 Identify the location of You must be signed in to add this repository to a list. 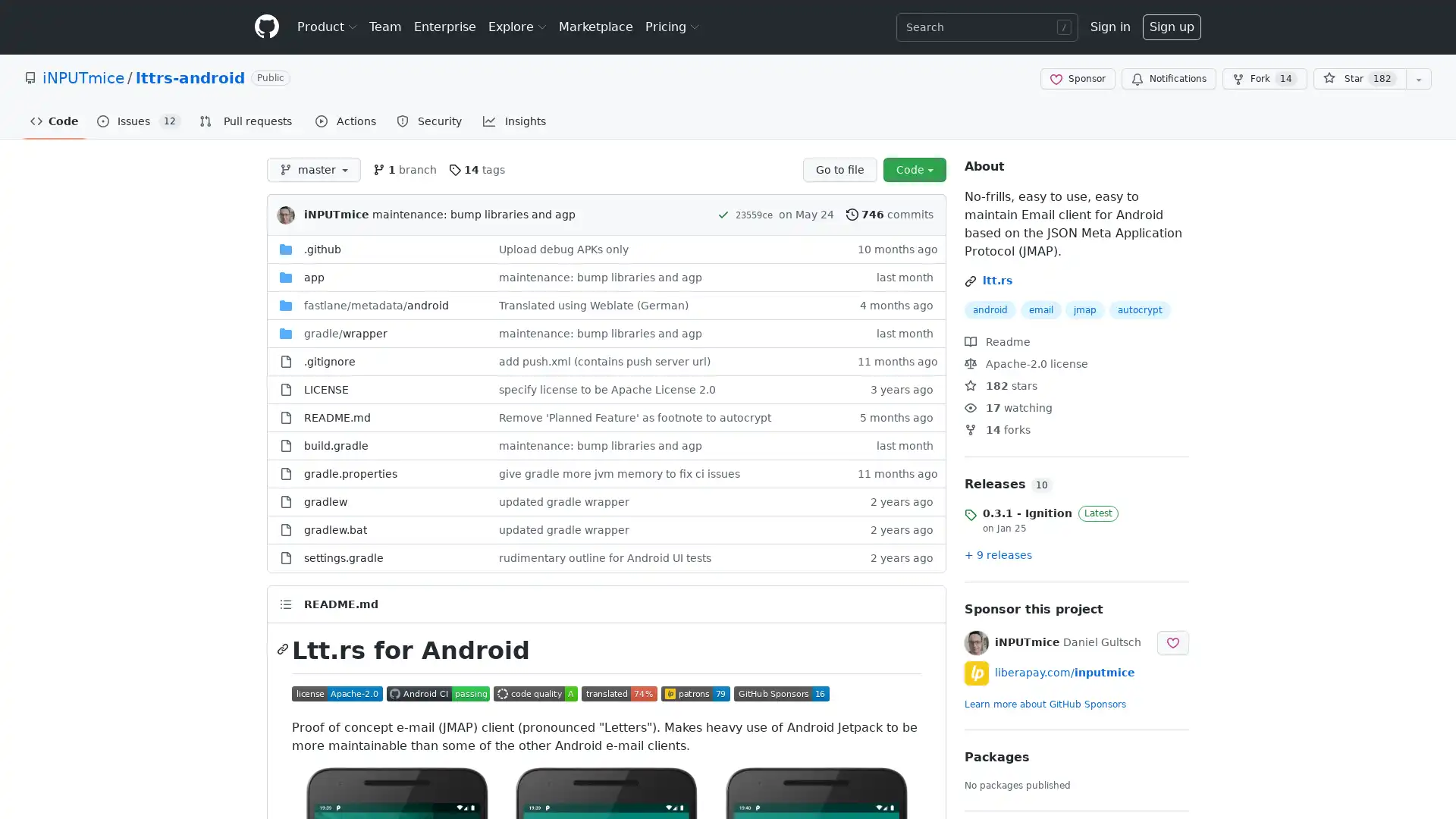
(1418, 79).